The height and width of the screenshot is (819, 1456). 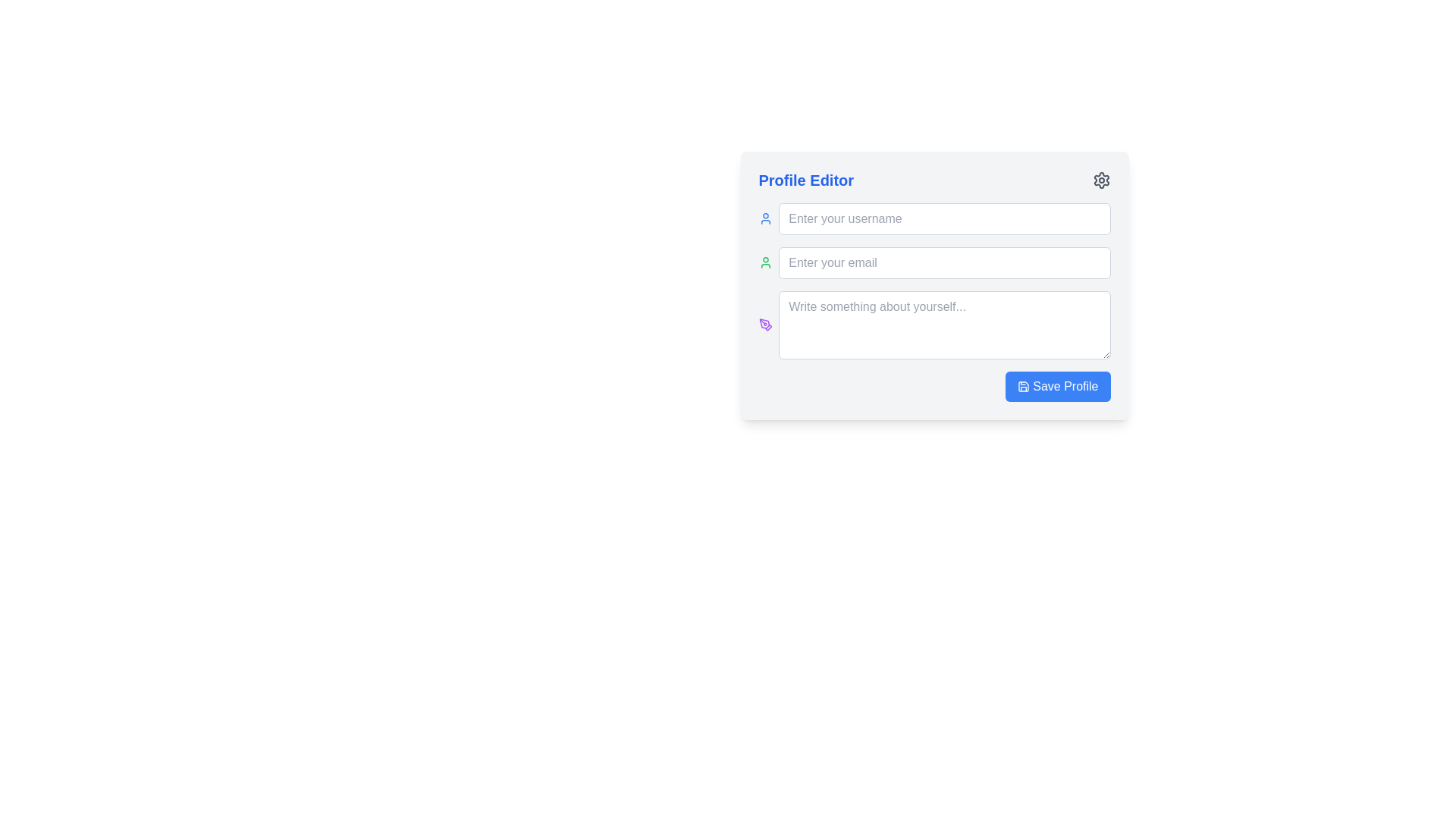 What do you see at coordinates (1101, 180) in the screenshot?
I see `the gear icon located at the top-right corner of the Profile Editor section for keyboard interactions` at bounding box center [1101, 180].